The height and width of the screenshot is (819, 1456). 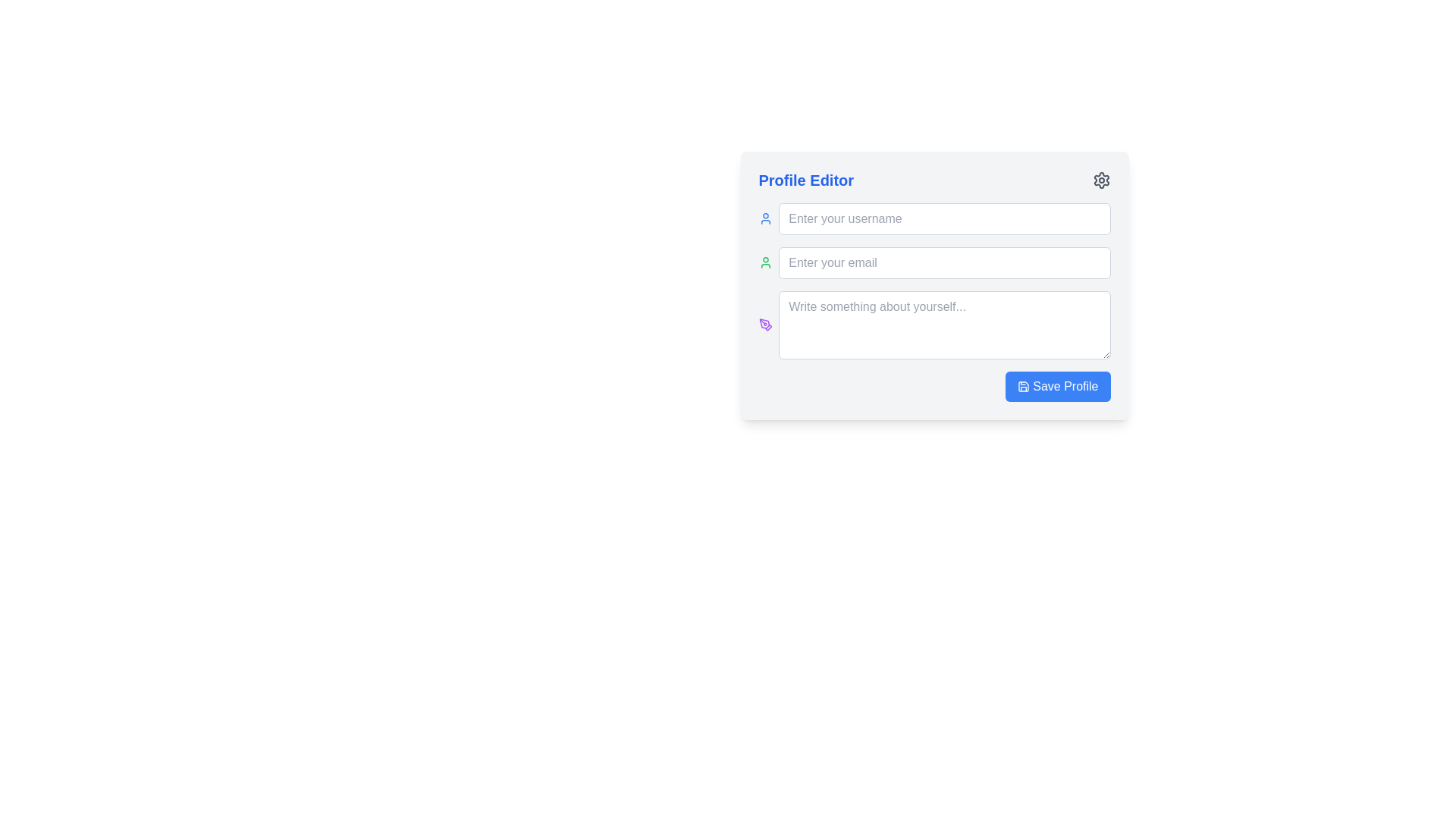 What do you see at coordinates (1101, 180) in the screenshot?
I see `the gear icon located at the top-right corner of the Profile Editor section for keyboard interactions` at bounding box center [1101, 180].